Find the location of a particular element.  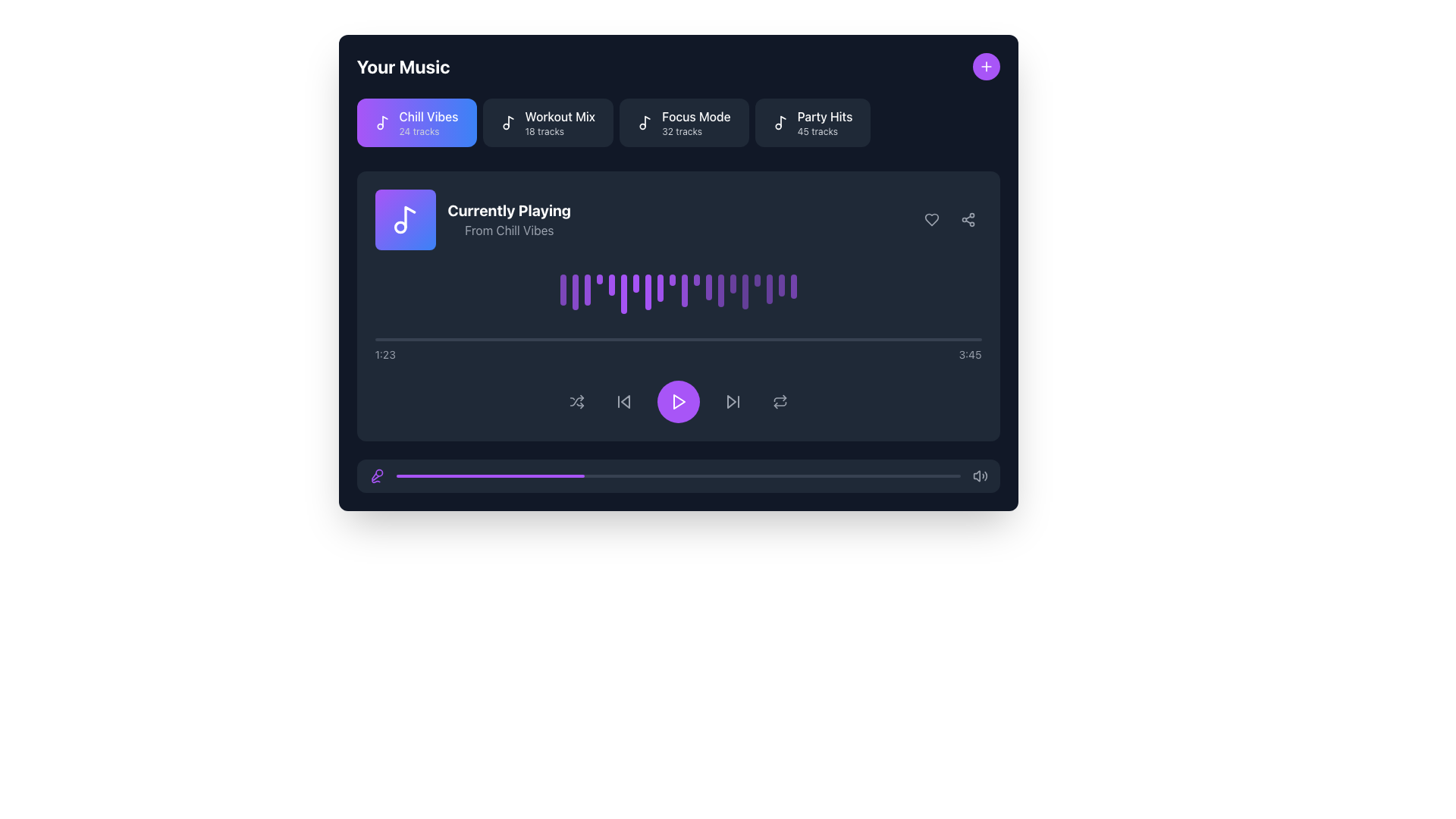

the eighteenth narrow vertical purple bar with rounded top and bottom in the waveform visualization is located at coordinates (781, 285).